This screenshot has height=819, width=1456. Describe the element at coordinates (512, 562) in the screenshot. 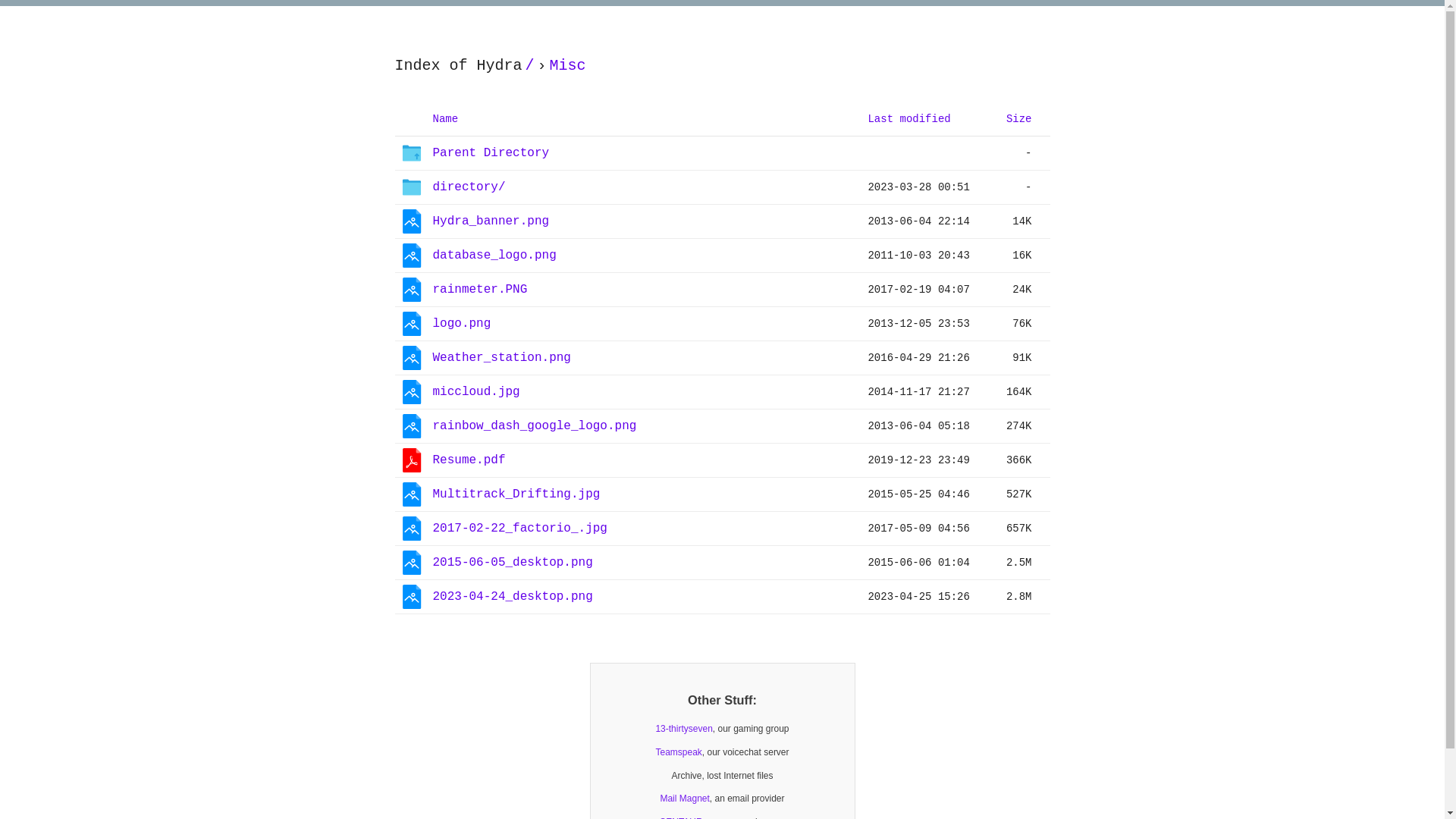

I see `'2015-06-05_desktop.png'` at that location.